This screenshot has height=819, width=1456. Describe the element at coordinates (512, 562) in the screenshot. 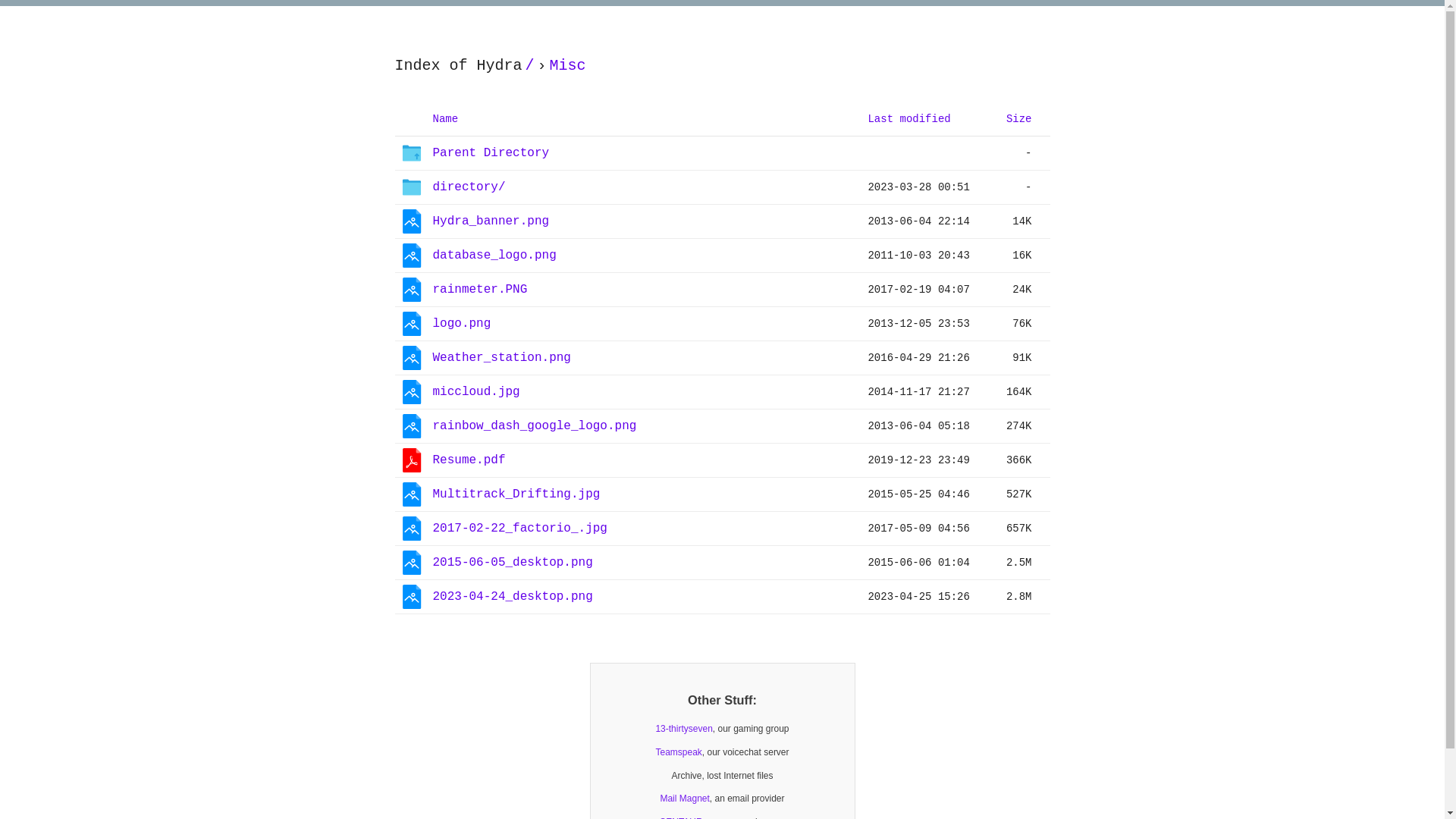

I see `'2015-06-05_desktop.png'` at that location.